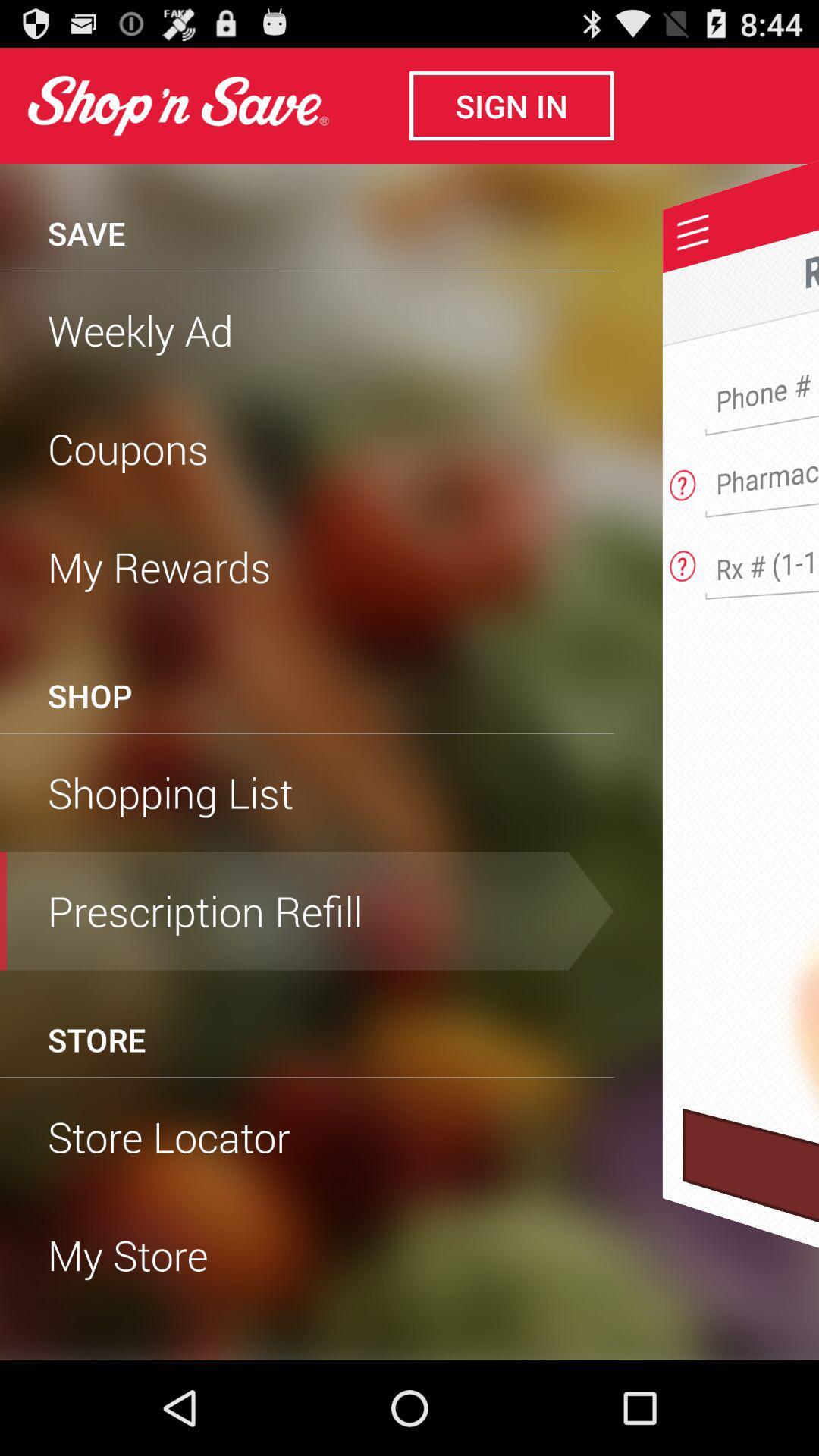  What do you see at coordinates (767, 559) in the screenshot?
I see `prescription number` at bounding box center [767, 559].